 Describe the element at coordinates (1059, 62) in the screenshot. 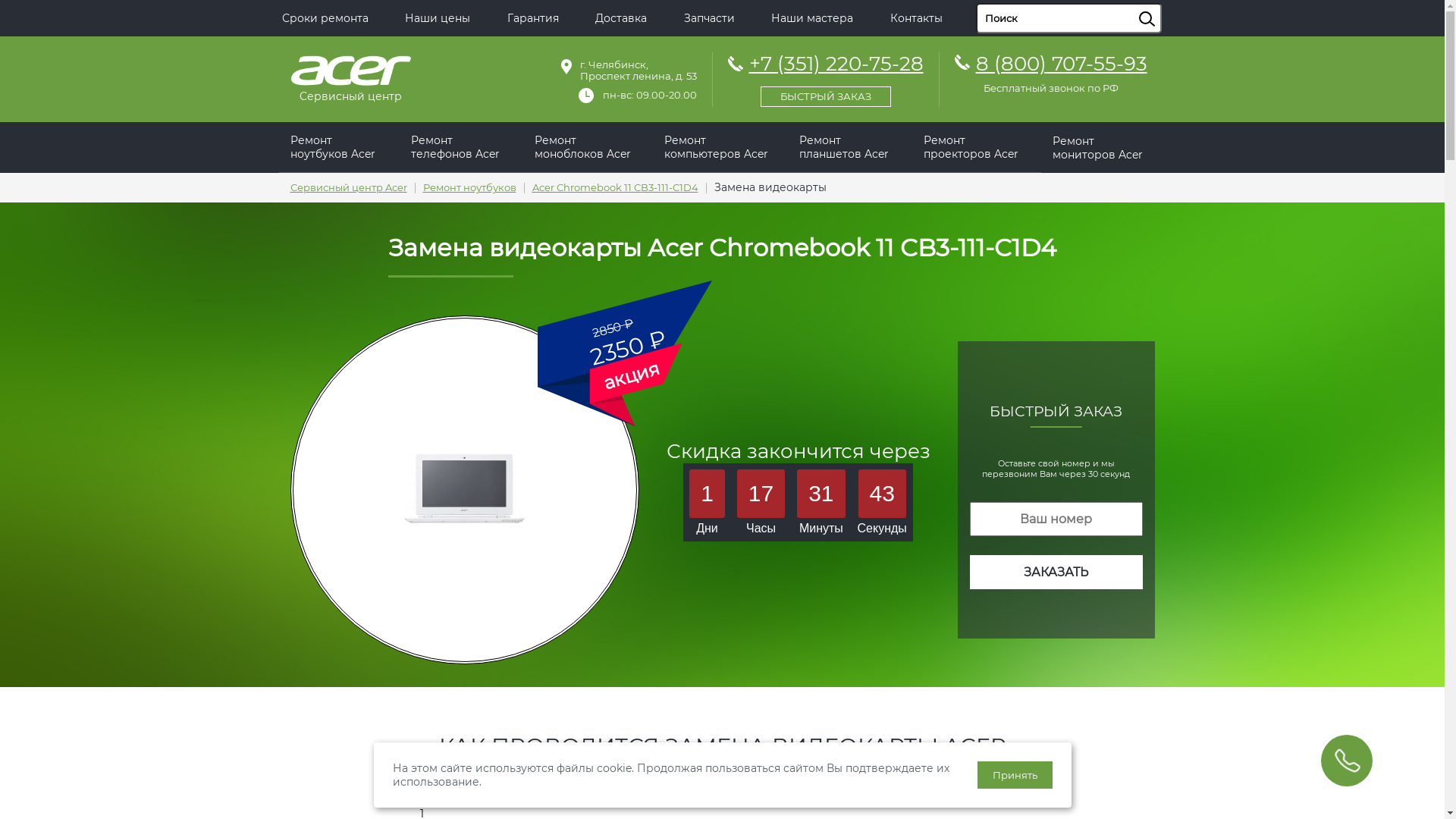

I see `'8 (800) 707-55-93'` at that location.